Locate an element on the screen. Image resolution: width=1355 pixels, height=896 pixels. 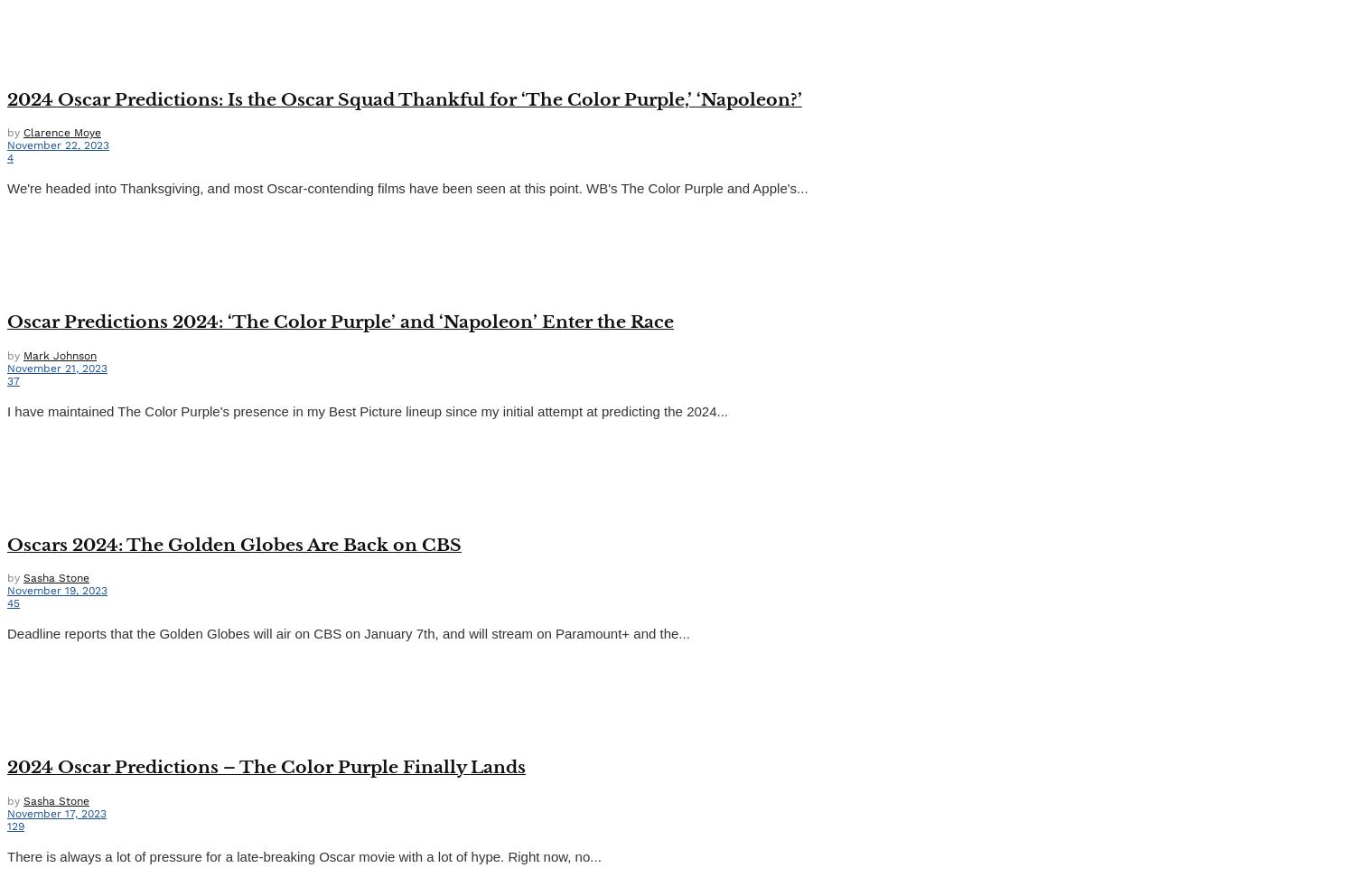
'We're headed into Thanksgiving, and most Oscar-contending films have been seen at this point. WB's The Color Purple and Apple's...' is located at coordinates (6, 188).